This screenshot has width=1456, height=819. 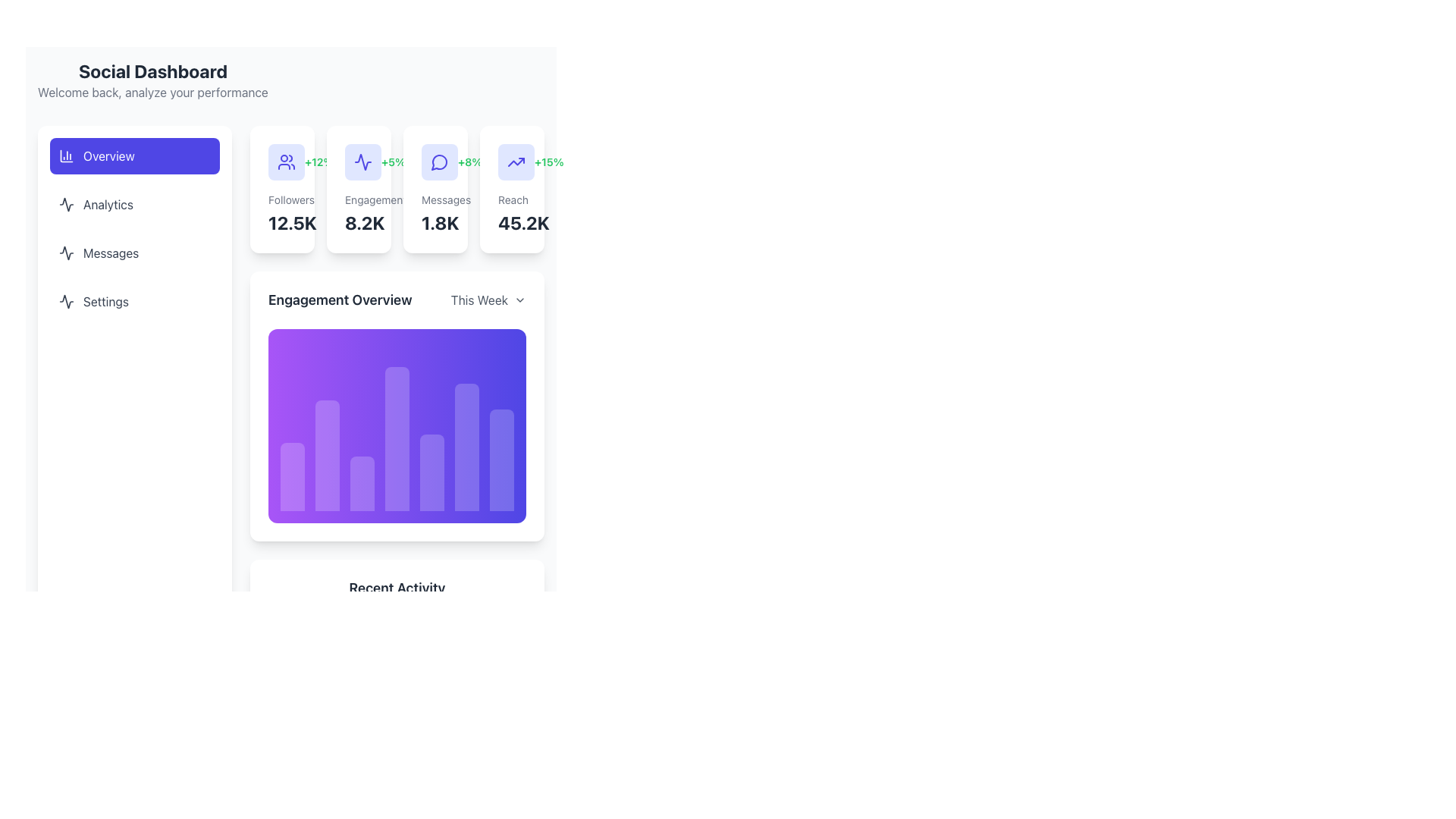 I want to click on the third button, so click(x=134, y=253).